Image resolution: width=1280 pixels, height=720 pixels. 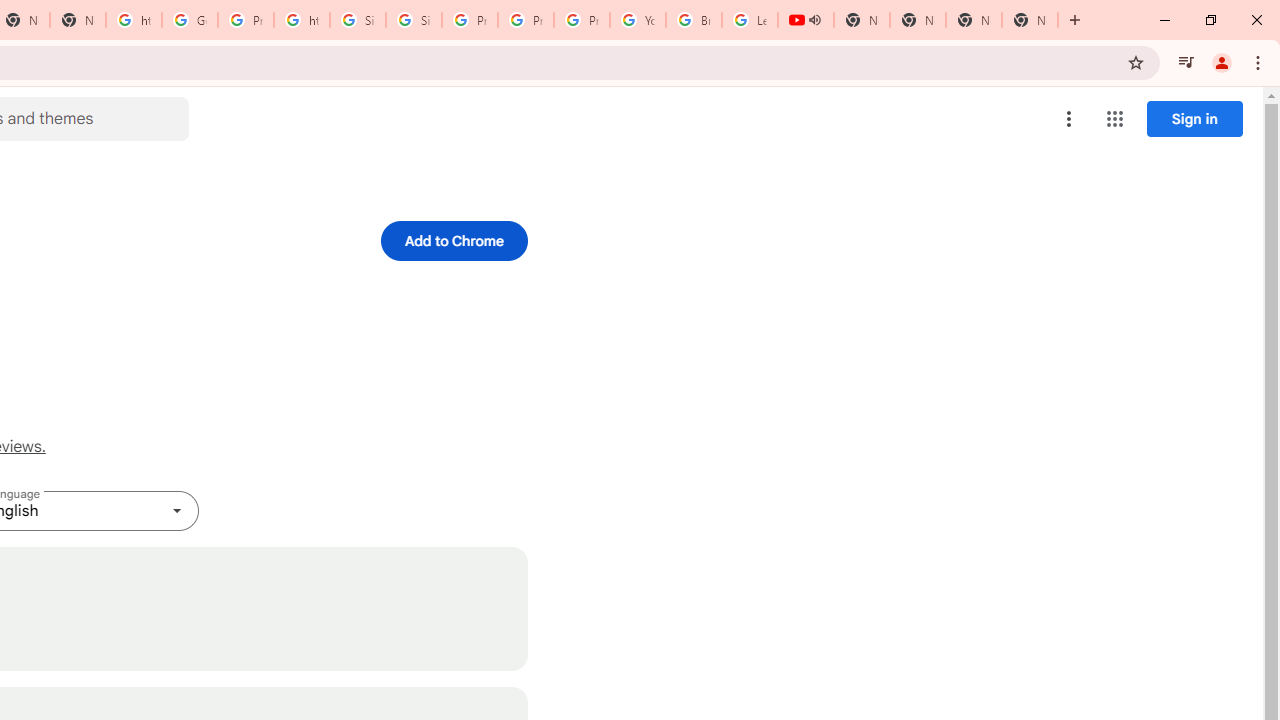 What do you see at coordinates (974, 20) in the screenshot?
I see `'New Tab'` at bounding box center [974, 20].